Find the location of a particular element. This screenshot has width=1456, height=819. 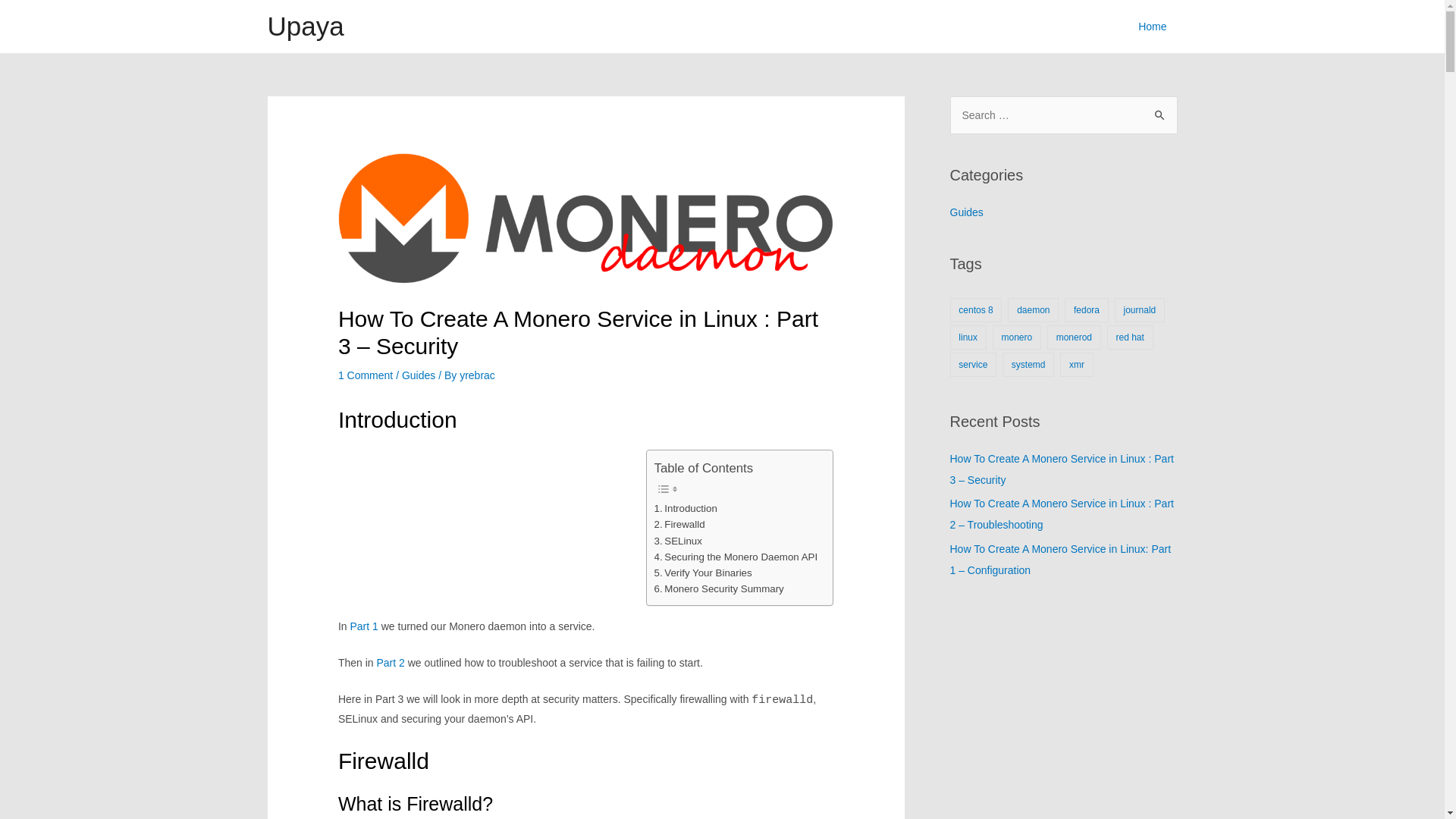

'fedora' is located at coordinates (1086, 309).